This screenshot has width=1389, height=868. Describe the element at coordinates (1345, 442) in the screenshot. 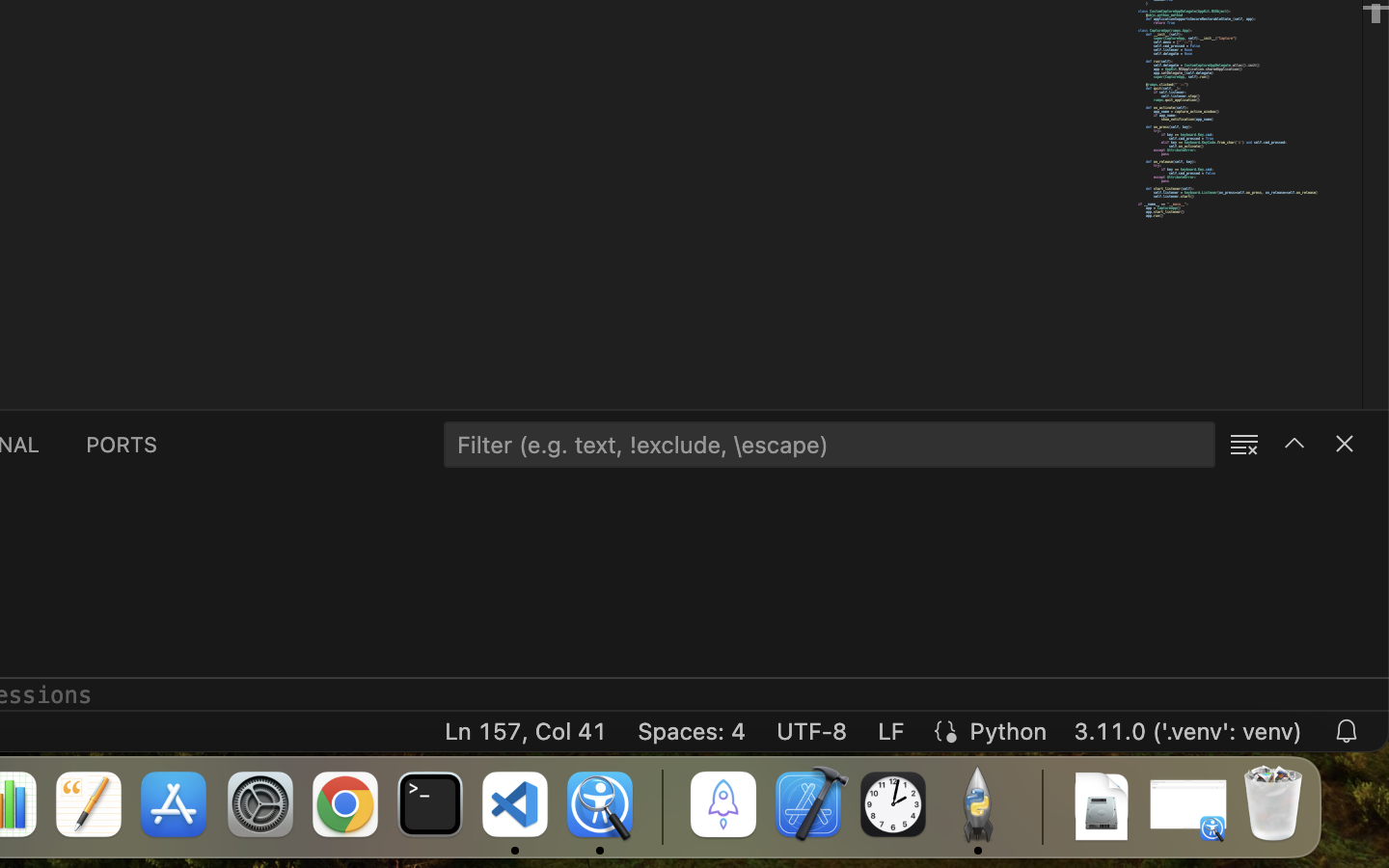

I see `''` at that location.